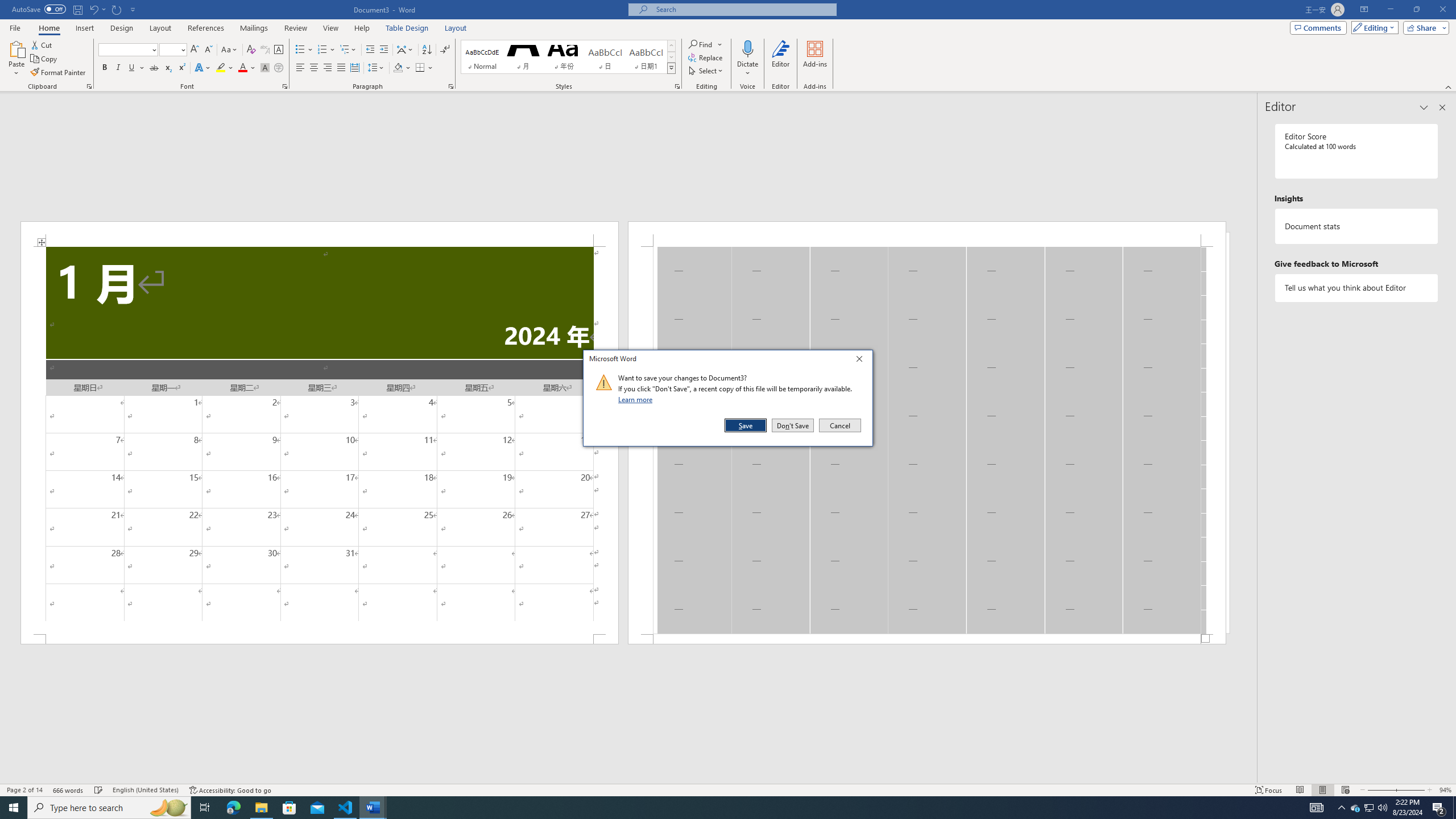  I want to click on 'Subscript', so click(167, 67).